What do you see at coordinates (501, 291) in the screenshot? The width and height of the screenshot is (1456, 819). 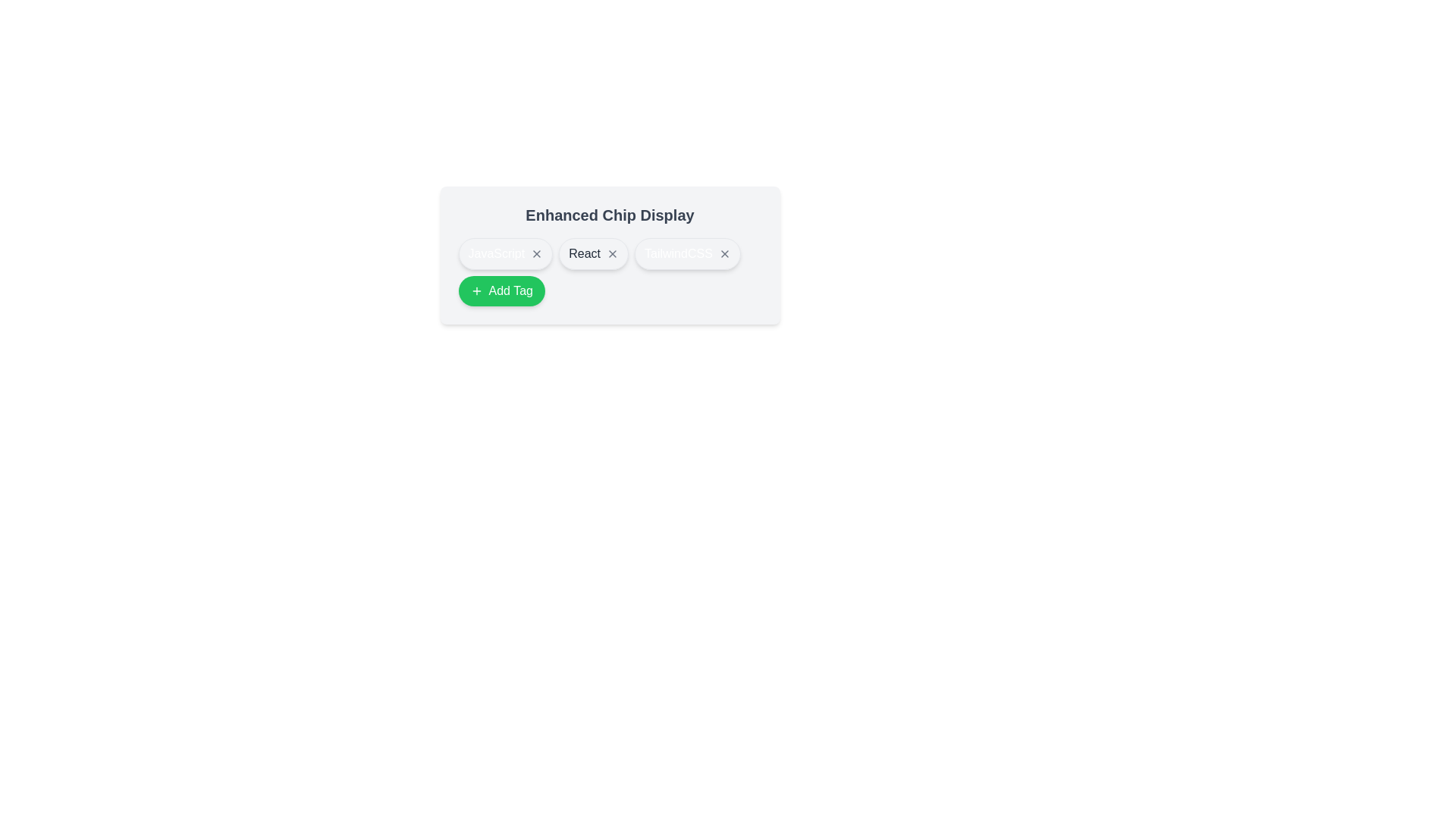 I see `'Add Tag' button to add a new tag` at bounding box center [501, 291].